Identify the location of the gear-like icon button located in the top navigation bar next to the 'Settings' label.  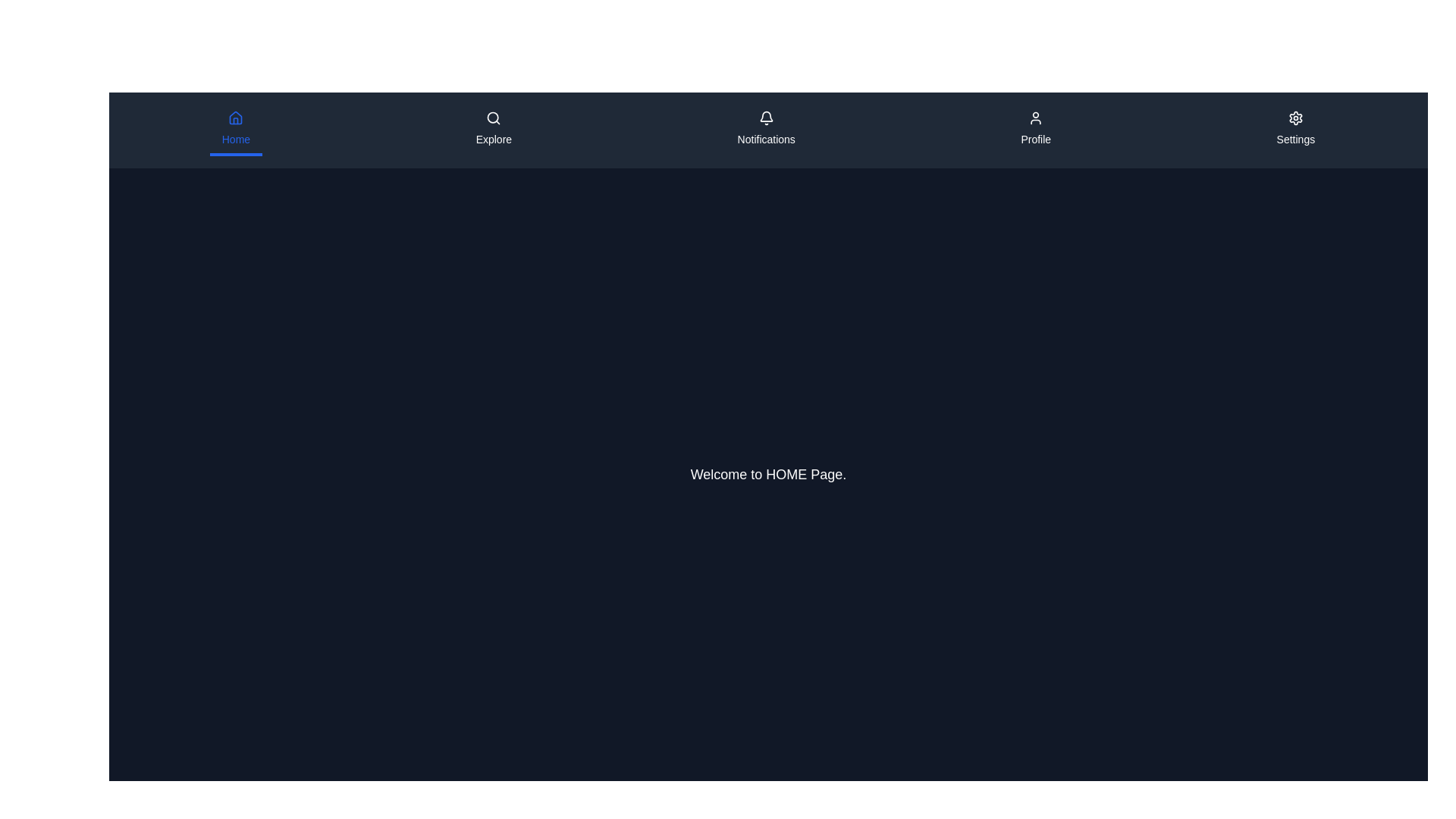
(1294, 117).